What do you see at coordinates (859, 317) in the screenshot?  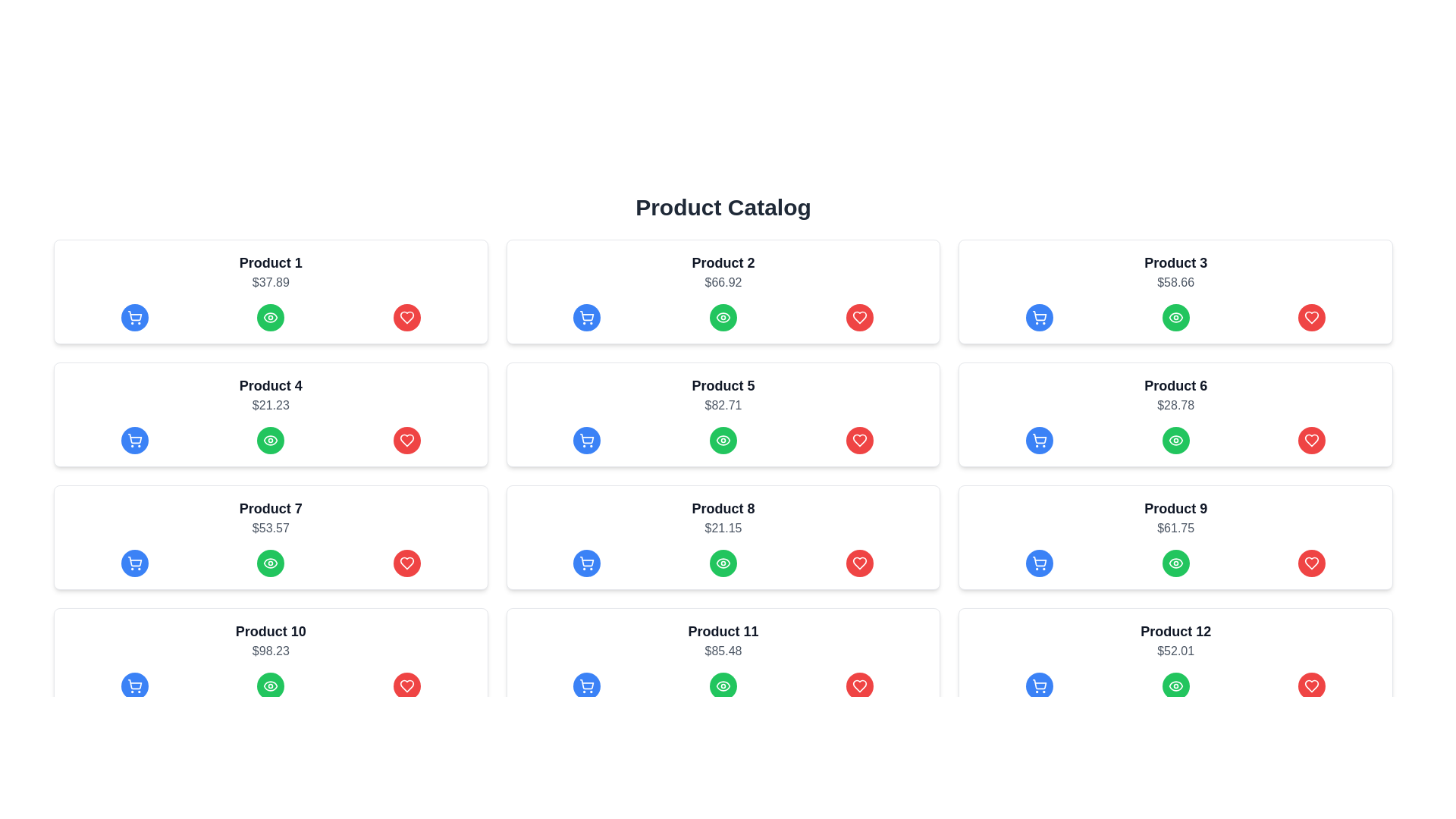 I see `the heart-shaped icon outlined in red within the circular red button, located in the rightmost part of the button row for 'Product 2', to possibly reveal tooltip information` at bounding box center [859, 317].